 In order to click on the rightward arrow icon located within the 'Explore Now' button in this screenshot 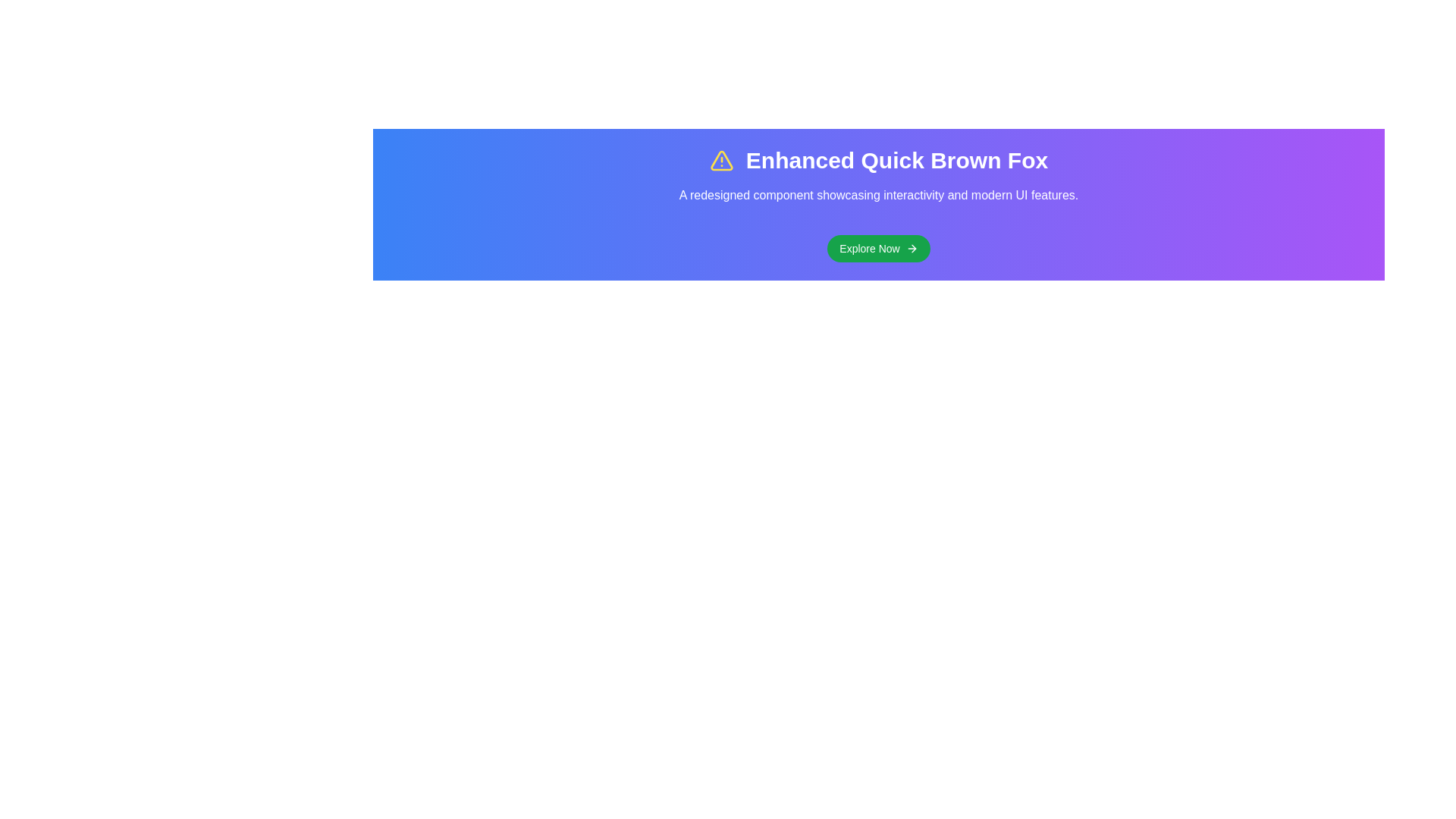, I will do `click(911, 247)`.